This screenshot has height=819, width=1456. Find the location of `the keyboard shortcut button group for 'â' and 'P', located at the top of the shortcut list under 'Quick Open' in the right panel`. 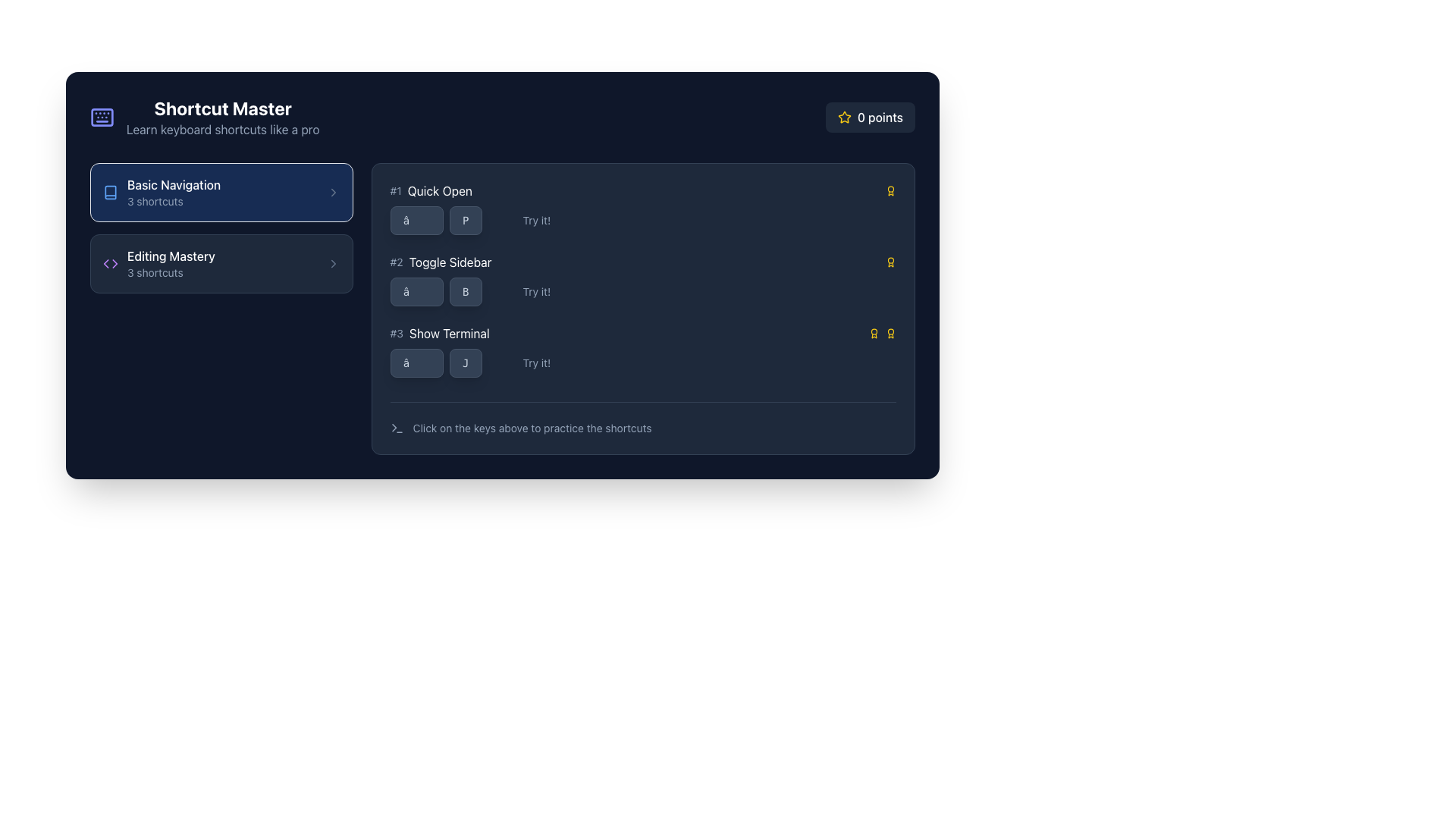

the keyboard shortcut button group for 'â' and 'P', located at the top of the shortcut list under 'Quick Open' in the right panel is located at coordinates (435, 220).